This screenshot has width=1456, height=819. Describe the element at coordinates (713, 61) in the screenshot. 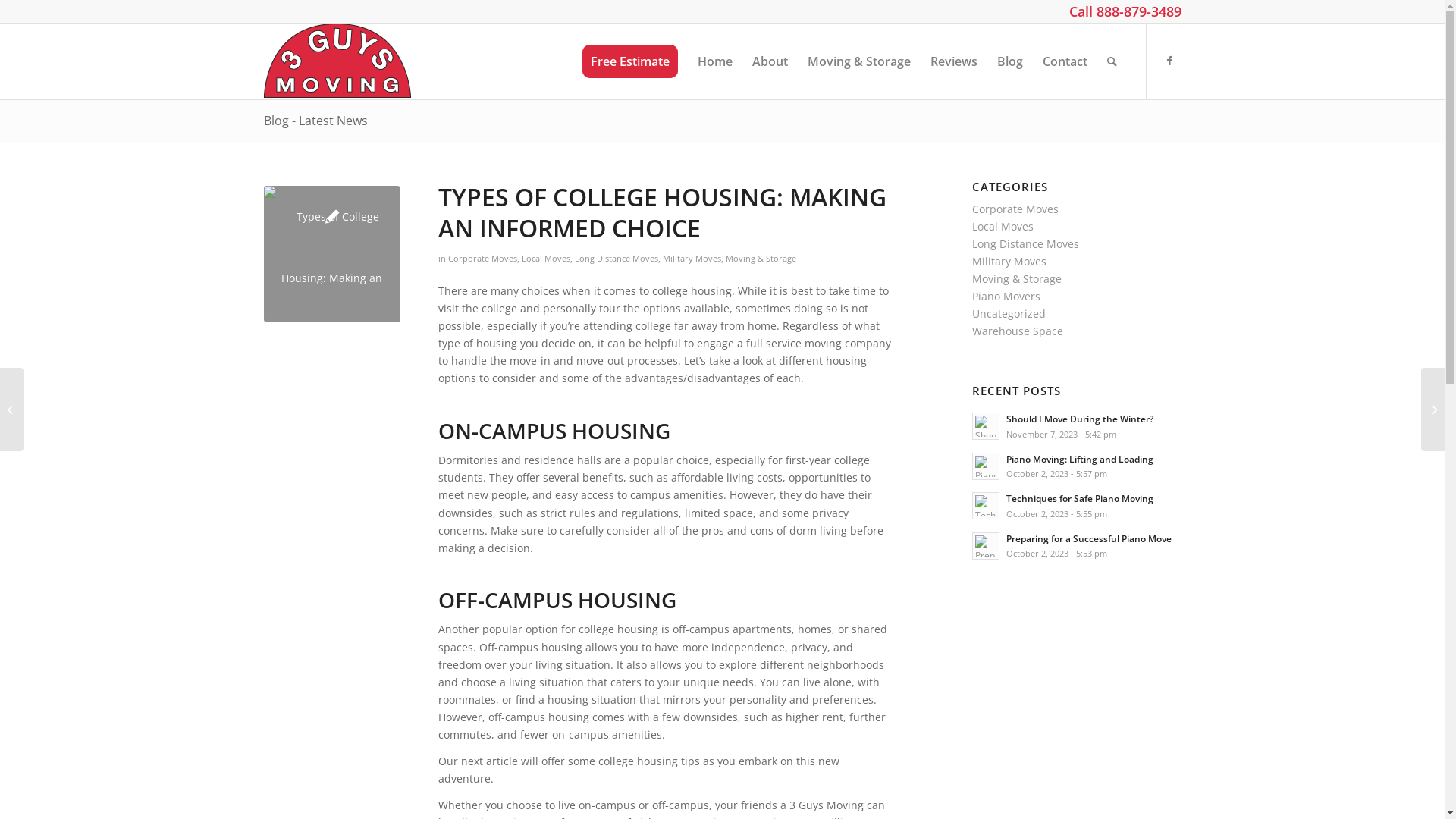

I see `'Home'` at that location.